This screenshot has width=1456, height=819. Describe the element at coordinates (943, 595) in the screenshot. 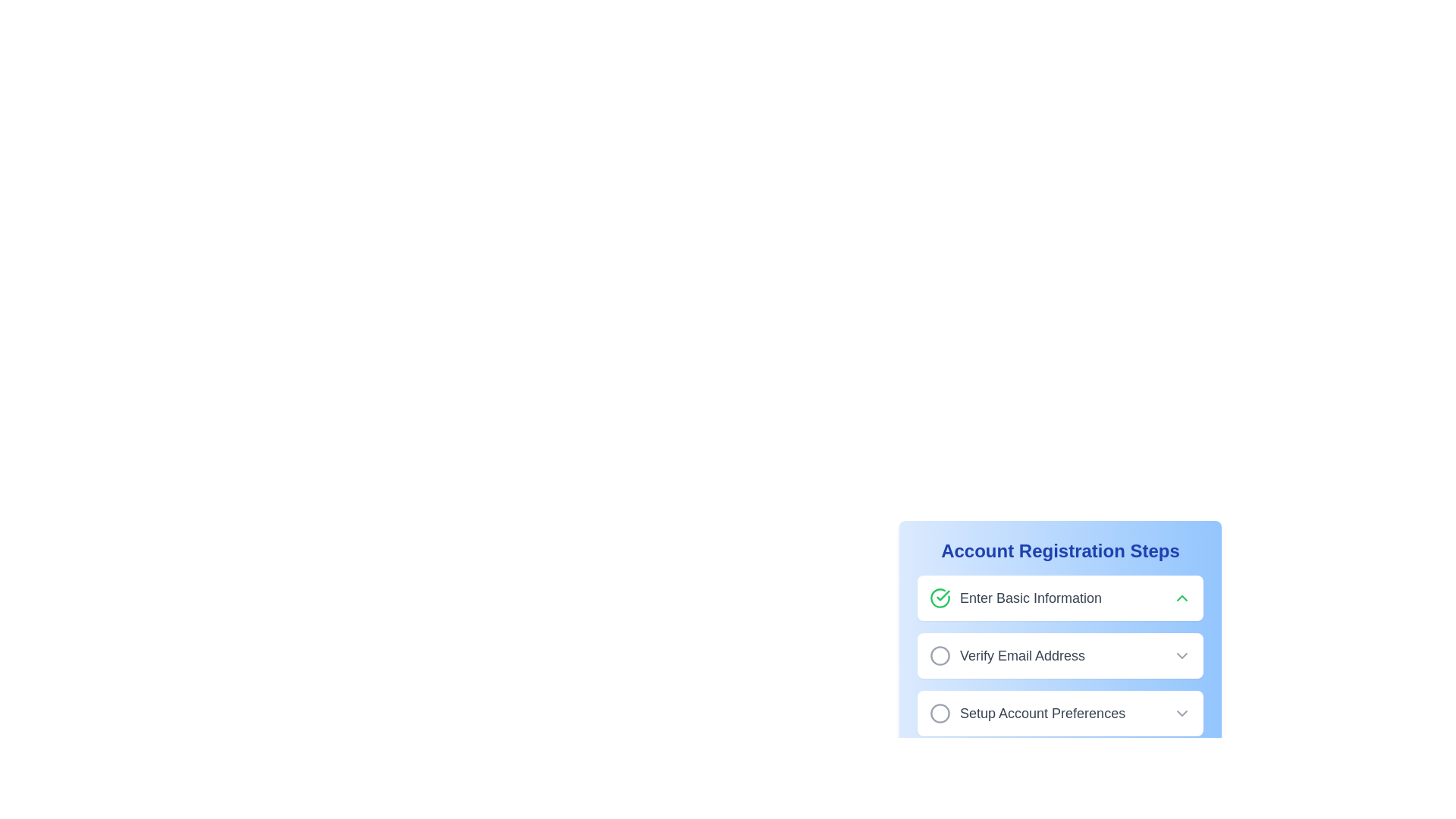

I see `the graphical icon indicating successful completion of the 'Enter Basic Information' step in the registration process, located near the left side of the step header` at that location.